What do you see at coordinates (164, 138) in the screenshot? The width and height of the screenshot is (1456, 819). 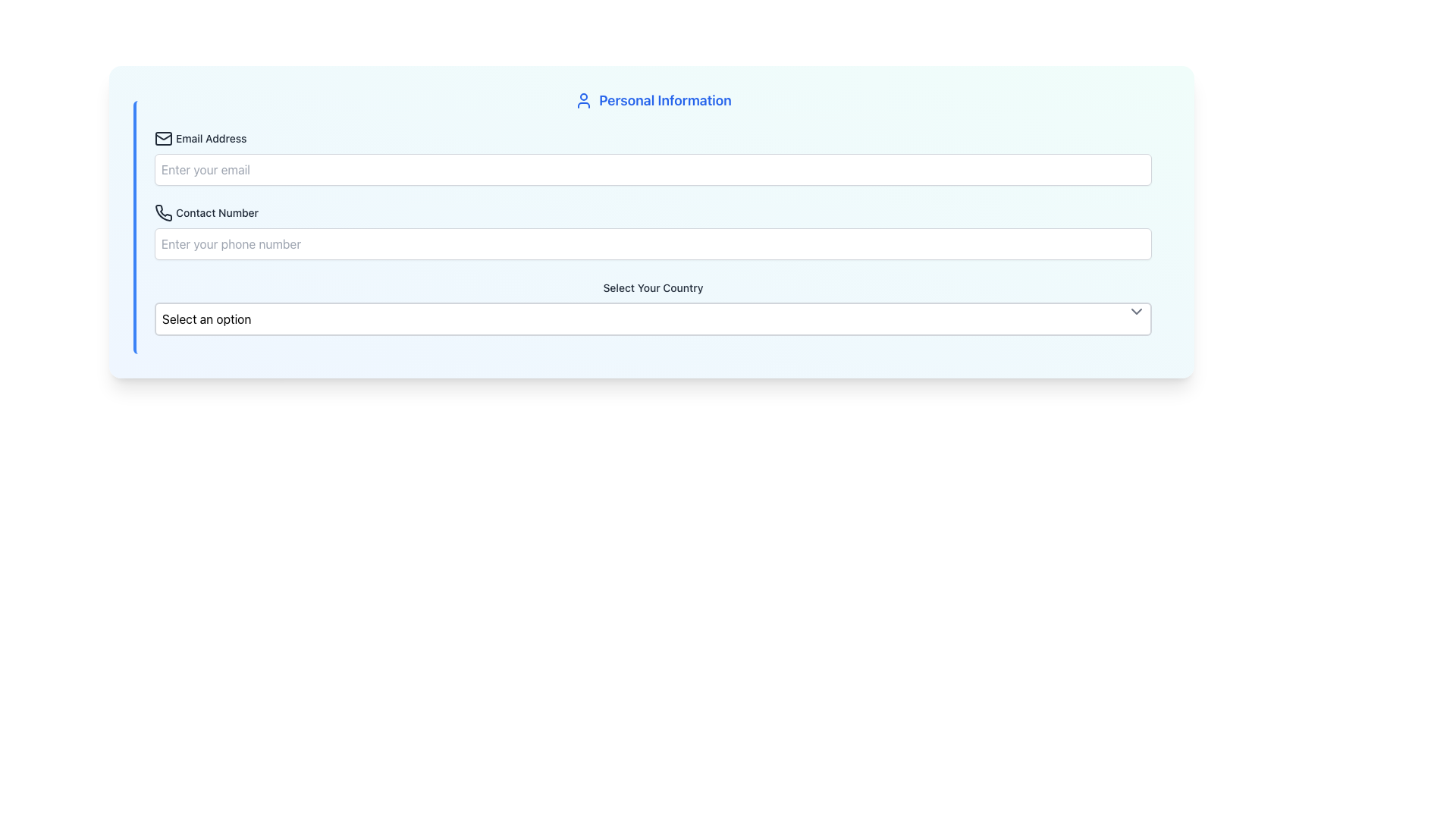 I see `the rectangular area styled as part of the envelope icon, which is located inside the larger mail icon next to the 'Email Address' text` at bounding box center [164, 138].